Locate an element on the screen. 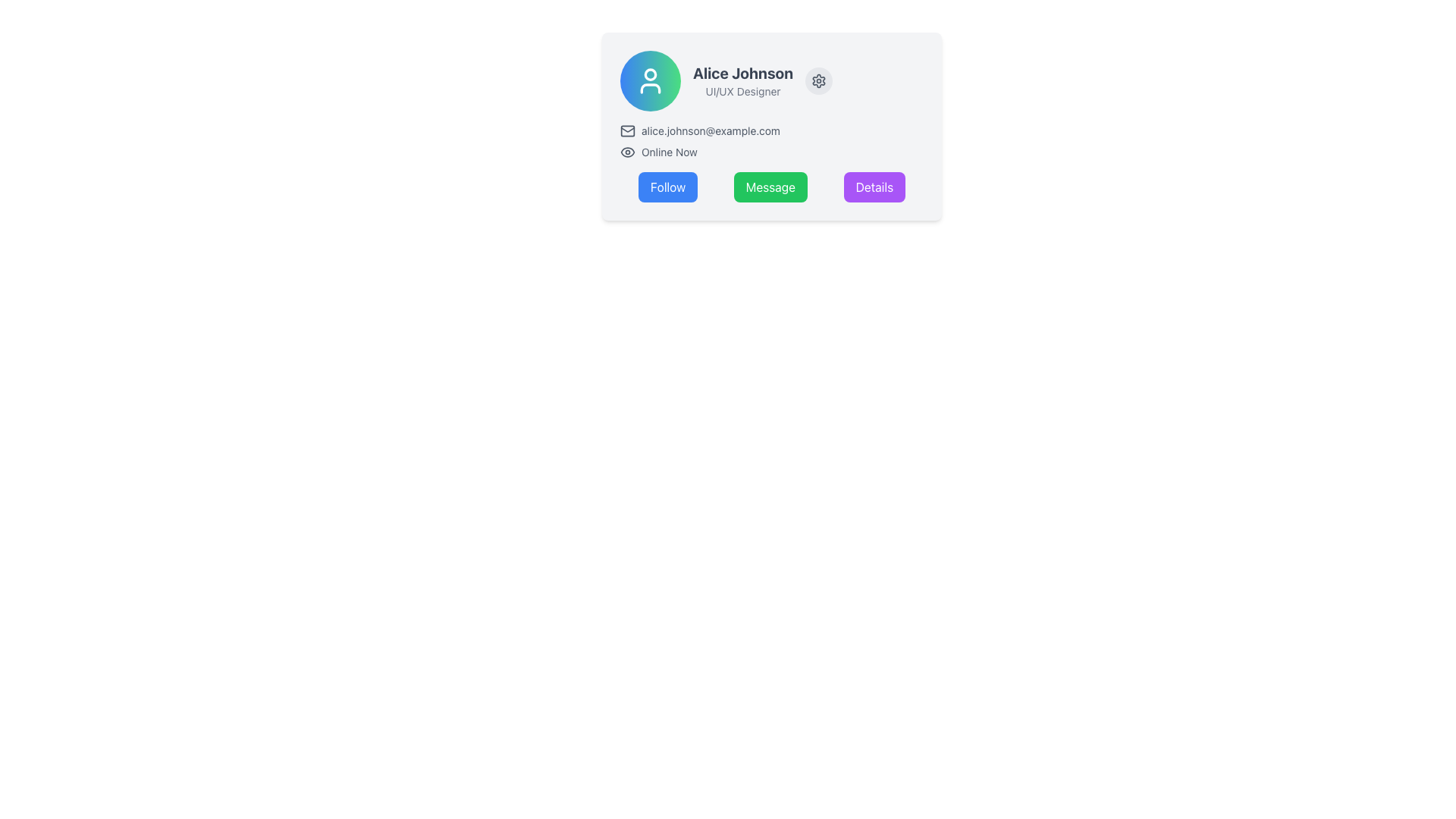 The width and height of the screenshot is (1456, 819). the gear-shaped icon in the top-right corner of the card UI is located at coordinates (818, 81).